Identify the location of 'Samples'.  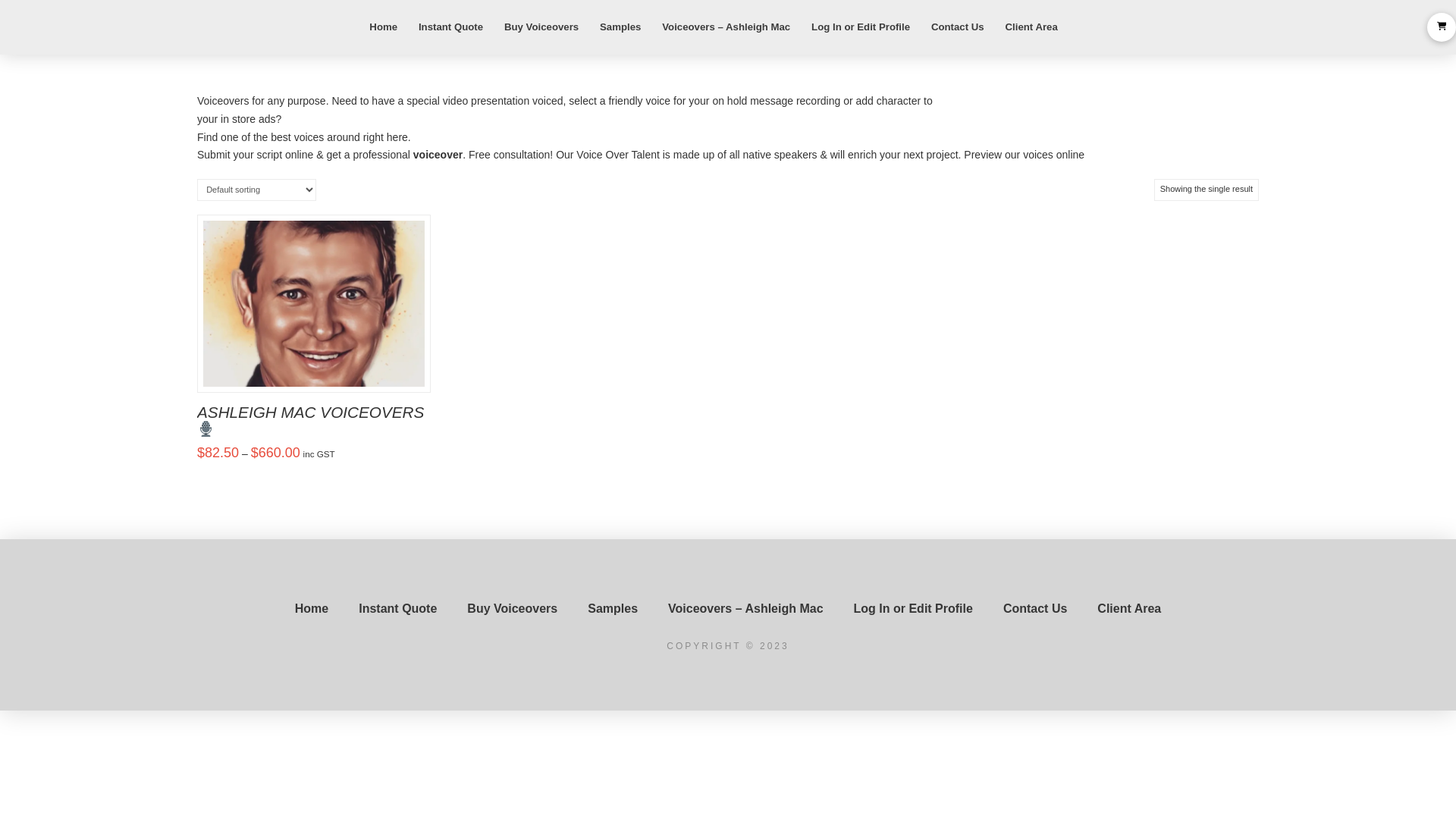
(571, 607).